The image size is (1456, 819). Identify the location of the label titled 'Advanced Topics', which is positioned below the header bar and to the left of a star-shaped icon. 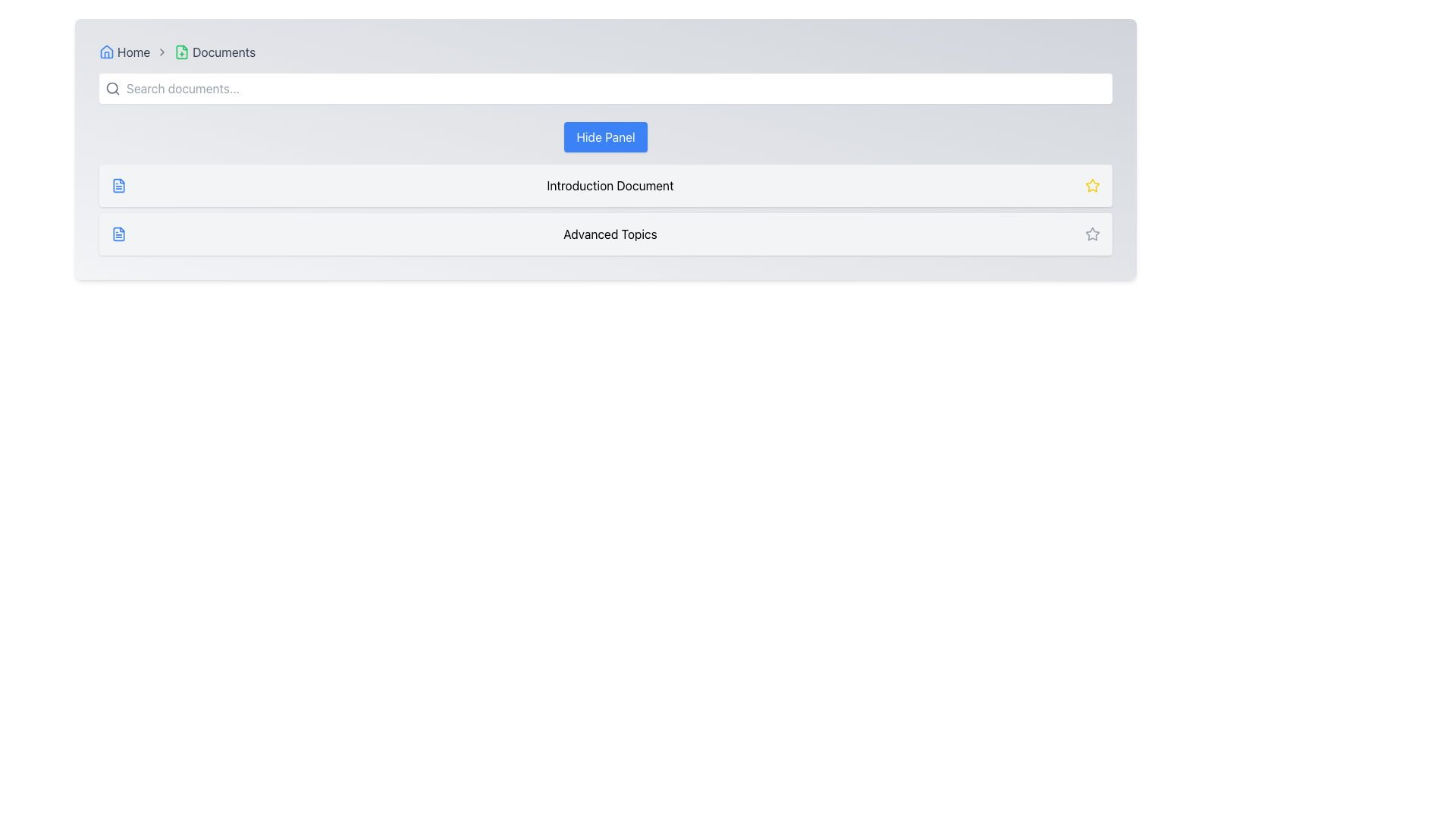
(610, 234).